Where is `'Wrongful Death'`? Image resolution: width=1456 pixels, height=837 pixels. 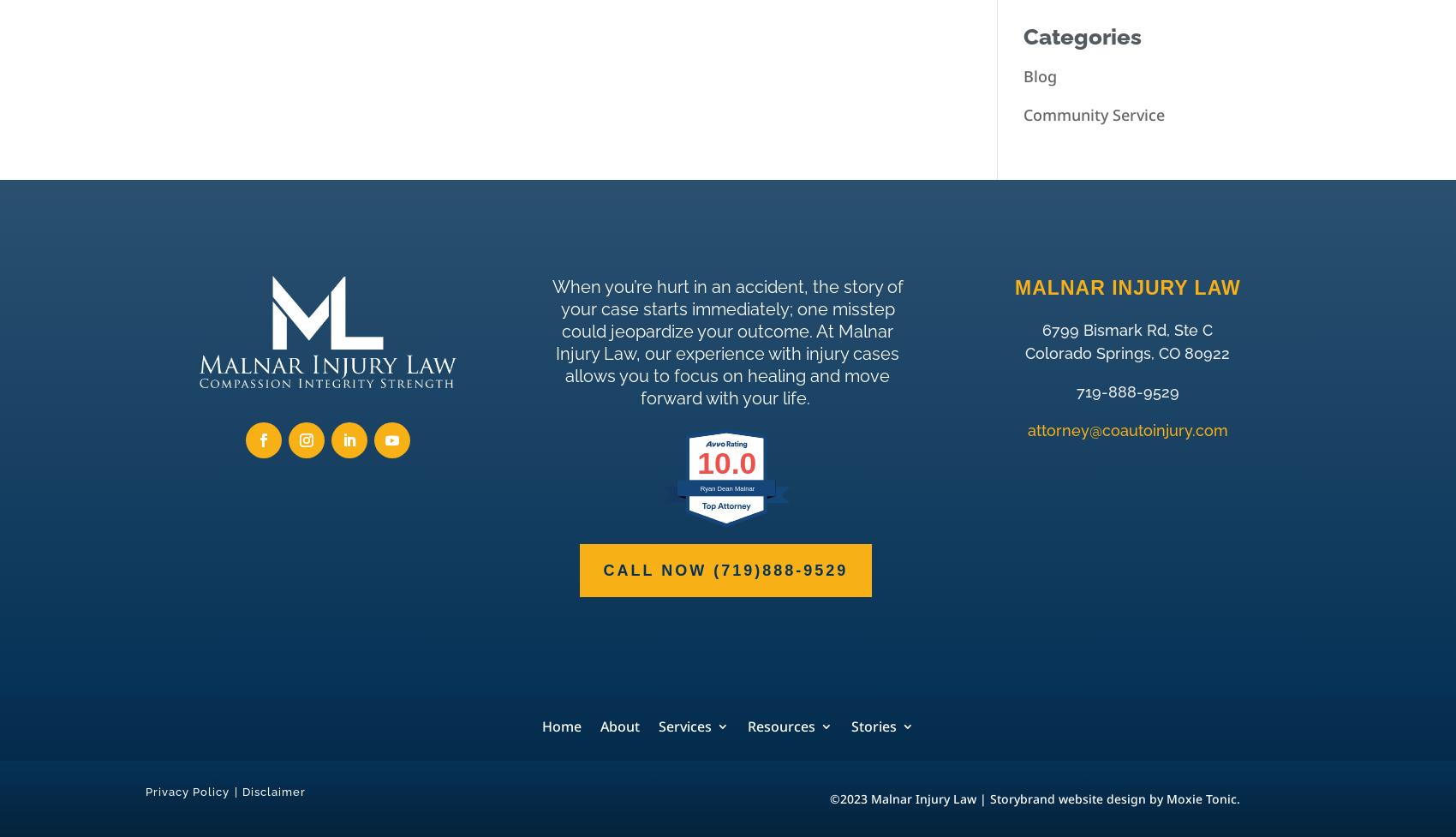
'Wrongful Death' is located at coordinates (736, 404).